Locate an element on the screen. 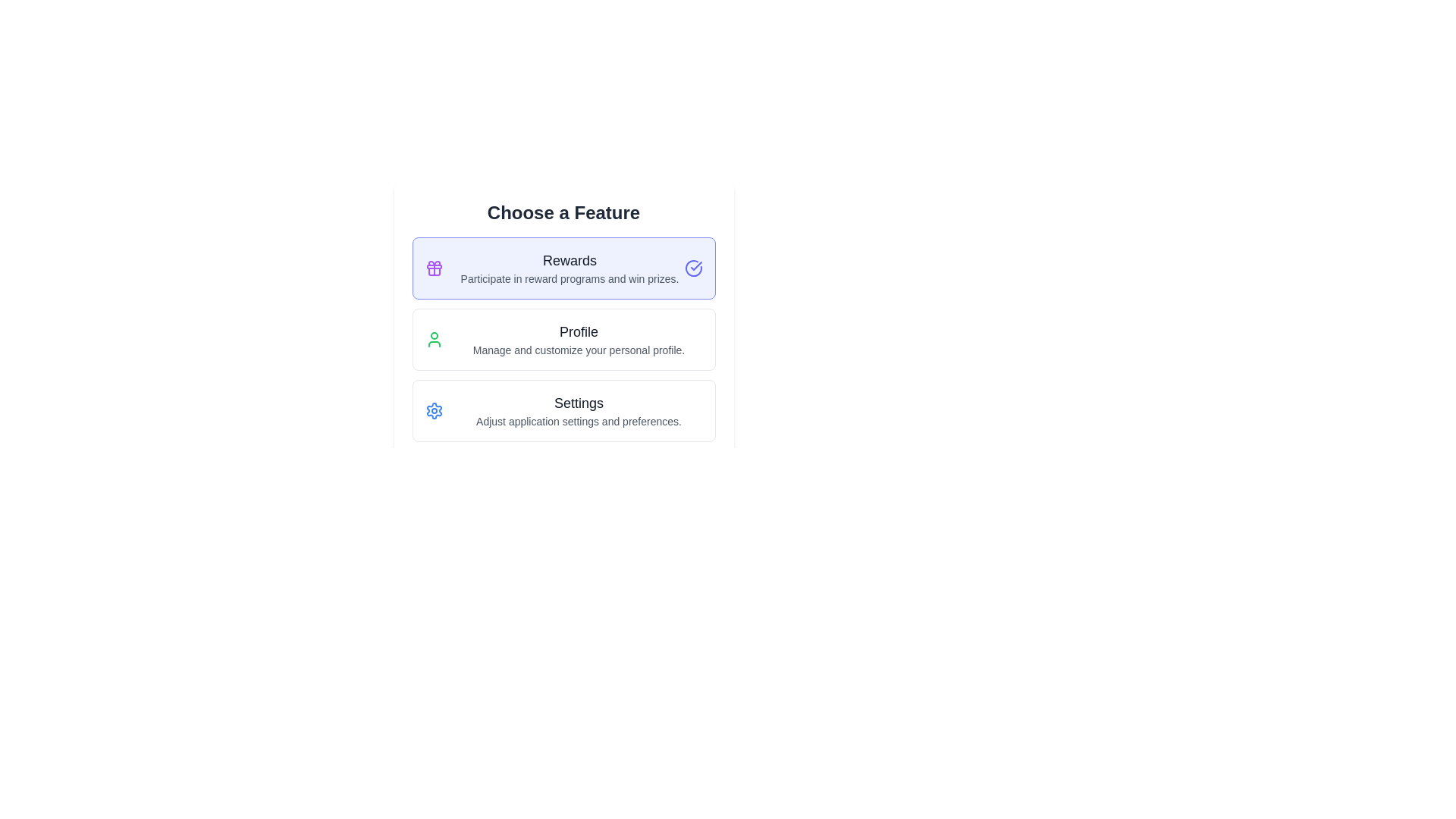  the profile management button located below the 'Rewards' section and above the 'Settings' section in the 'Choose a Feature' list is located at coordinates (563, 321).